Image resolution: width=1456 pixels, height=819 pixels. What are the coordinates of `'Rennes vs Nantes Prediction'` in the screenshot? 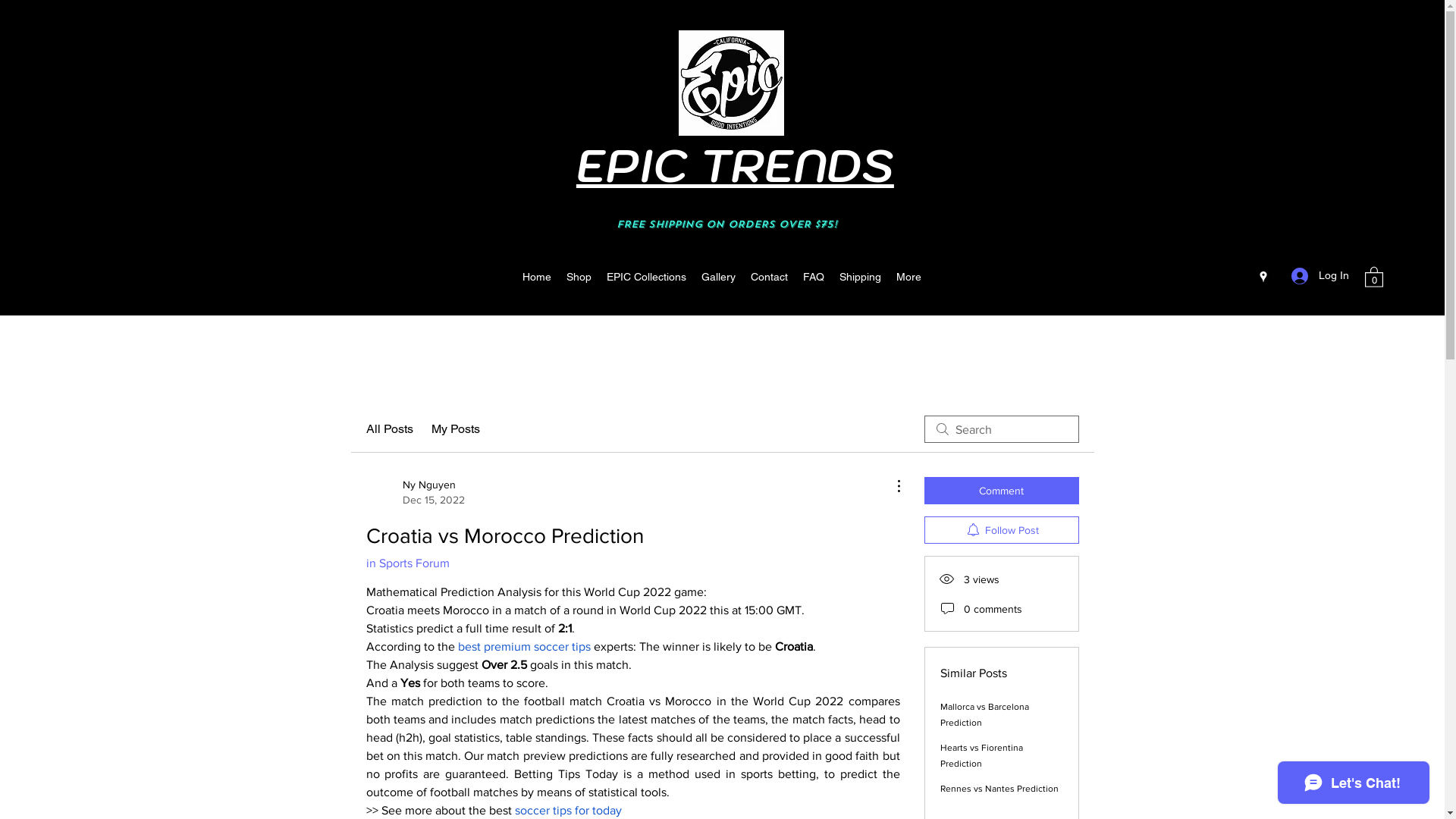 It's located at (999, 788).